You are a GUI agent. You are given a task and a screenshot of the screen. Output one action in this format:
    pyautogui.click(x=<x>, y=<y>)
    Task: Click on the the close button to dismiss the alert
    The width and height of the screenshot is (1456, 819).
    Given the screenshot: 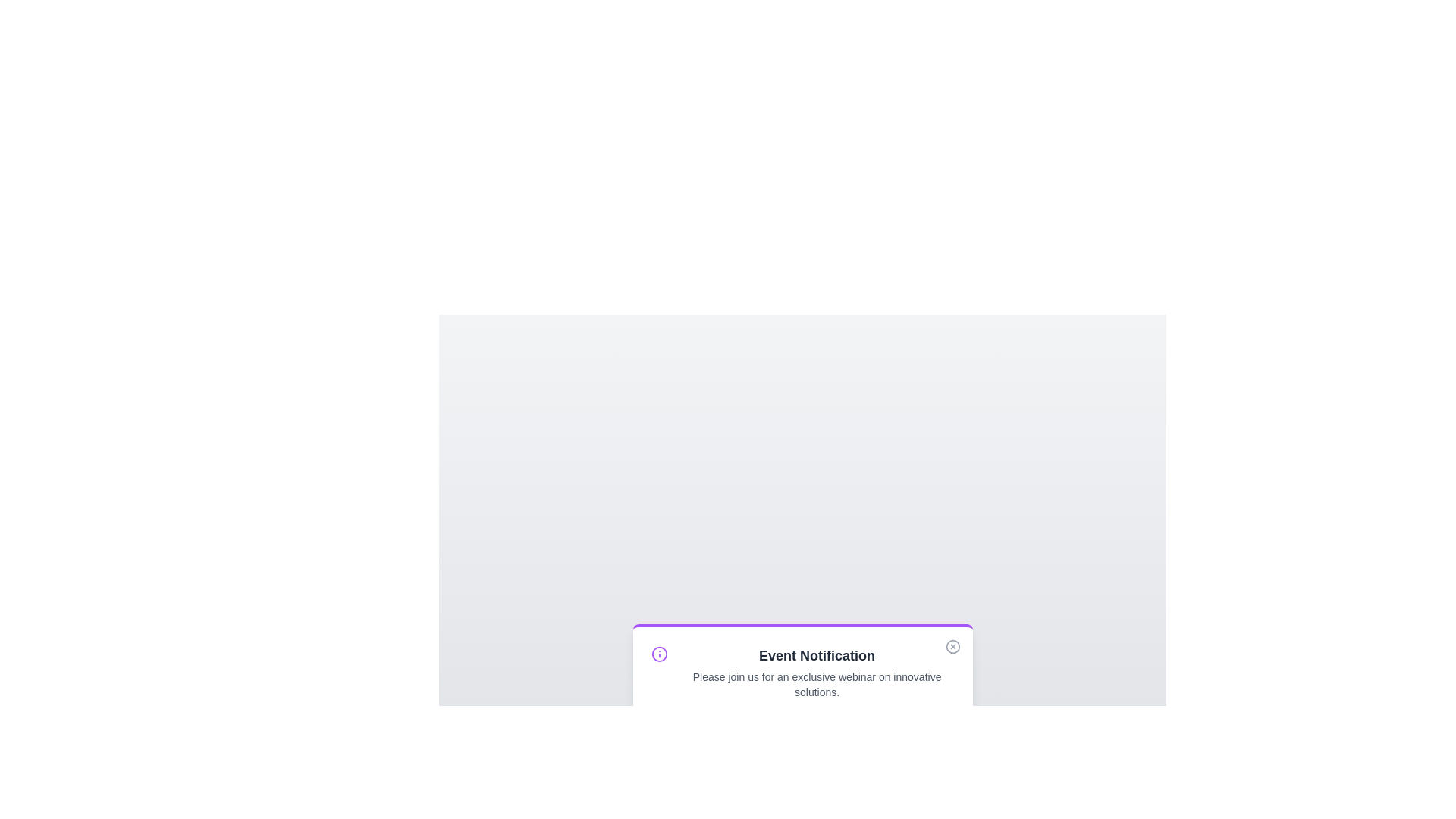 What is the action you would take?
    pyautogui.click(x=952, y=646)
    